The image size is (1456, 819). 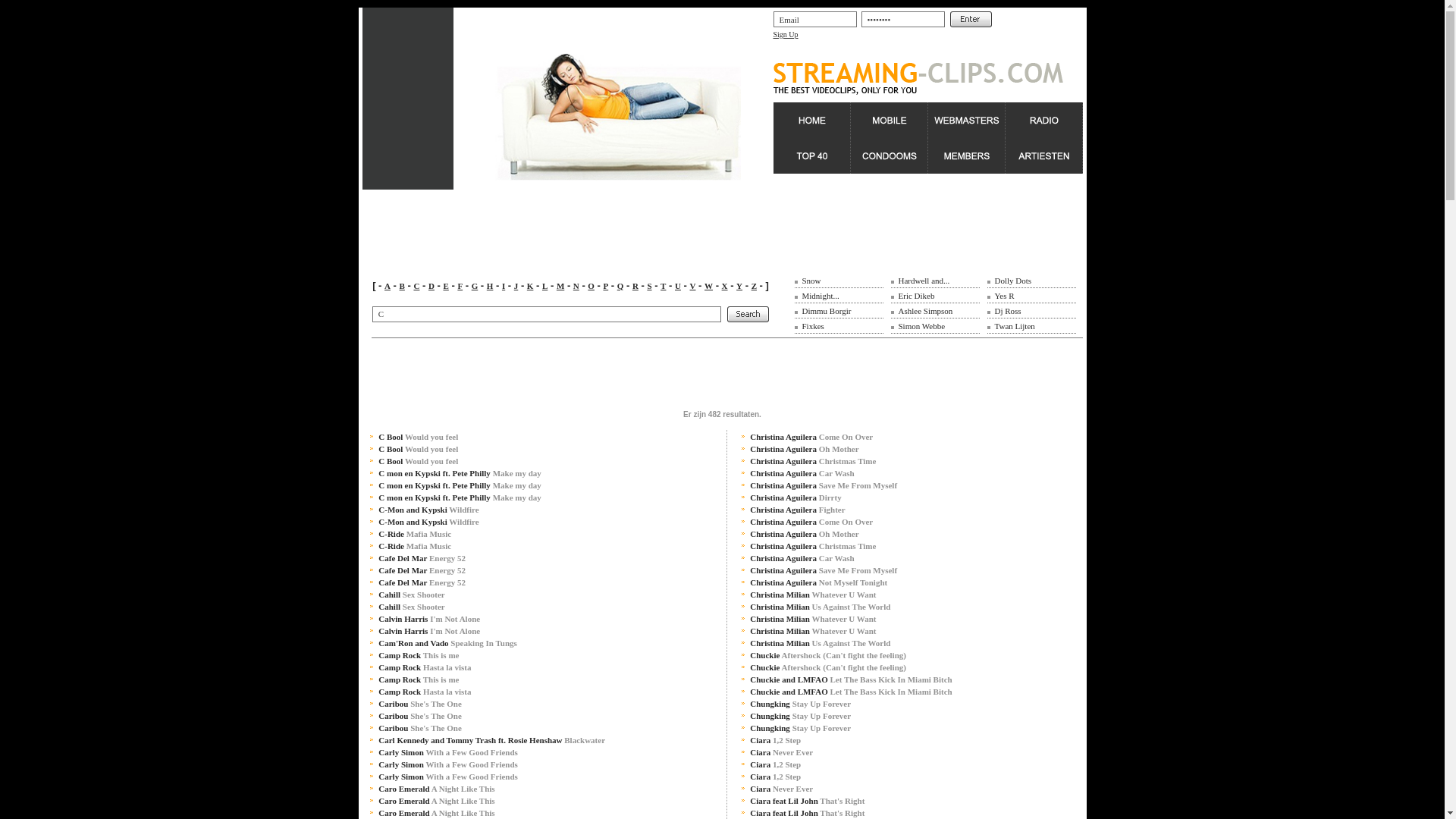 I want to click on 'Ciara 1,2 Step', so click(x=775, y=764).